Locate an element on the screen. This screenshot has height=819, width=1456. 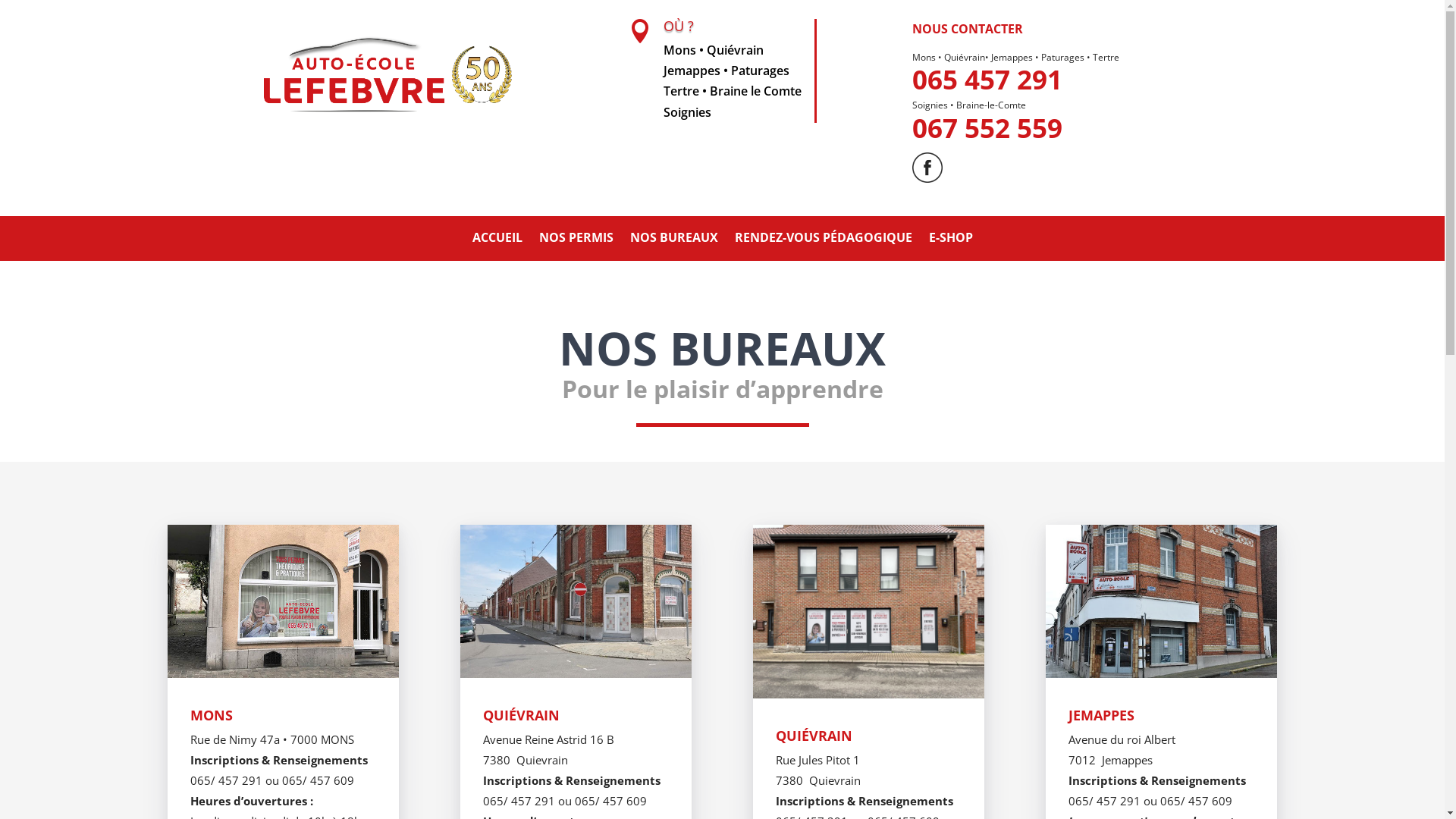
'AEL logo' is located at coordinates (384, 74).